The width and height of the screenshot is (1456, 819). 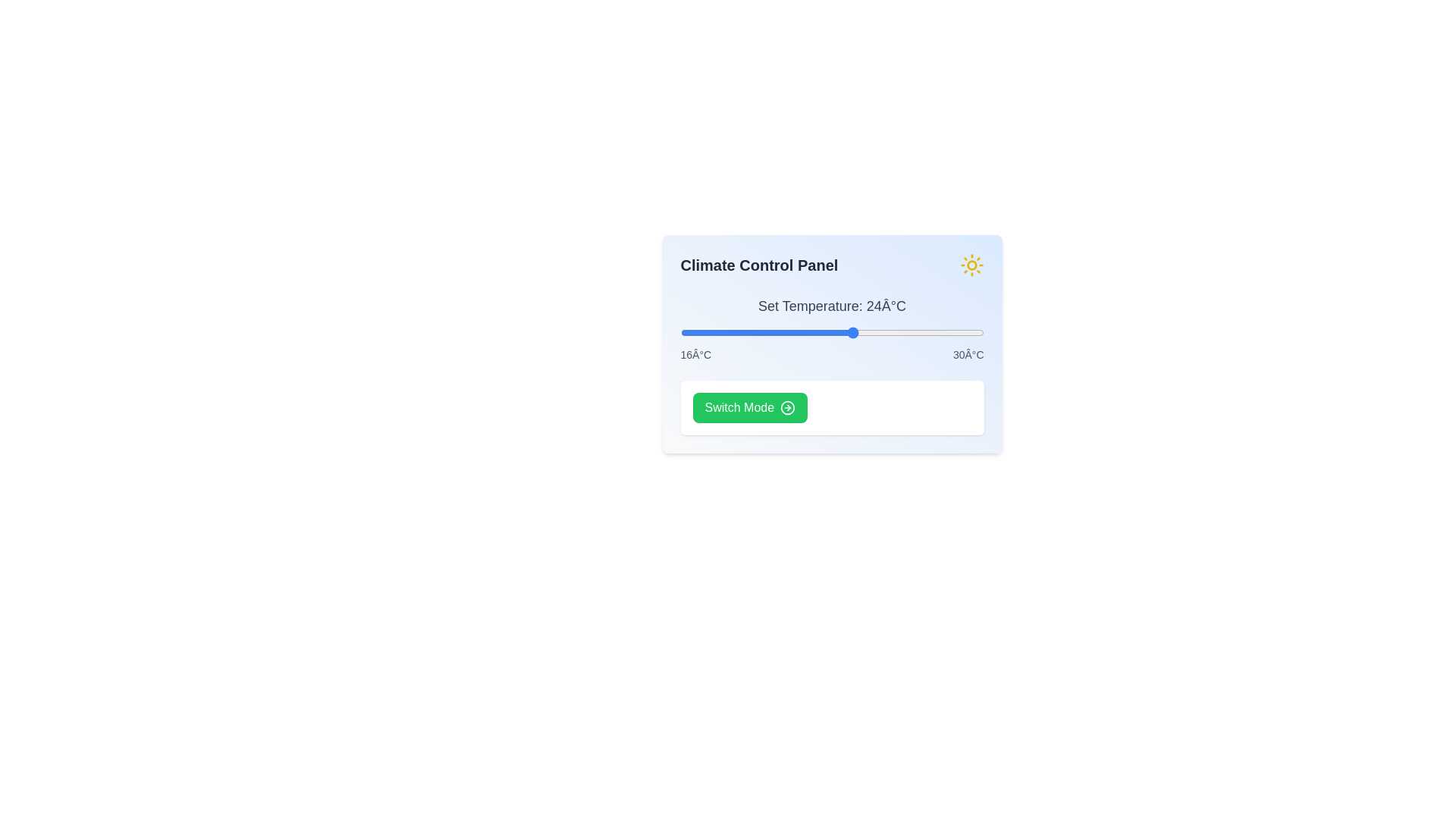 I want to click on the temperature range slider labeled 'Set Temperature: 24°C', so click(x=831, y=328).